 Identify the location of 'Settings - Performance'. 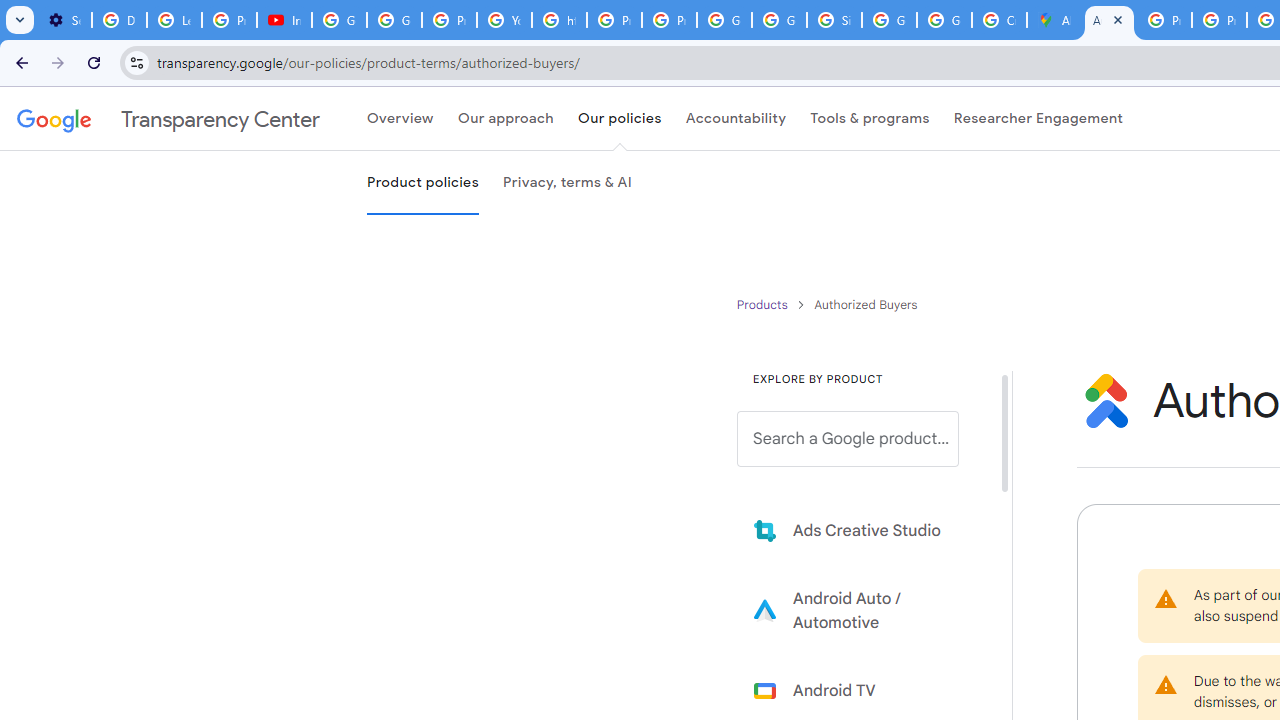
(64, 20).